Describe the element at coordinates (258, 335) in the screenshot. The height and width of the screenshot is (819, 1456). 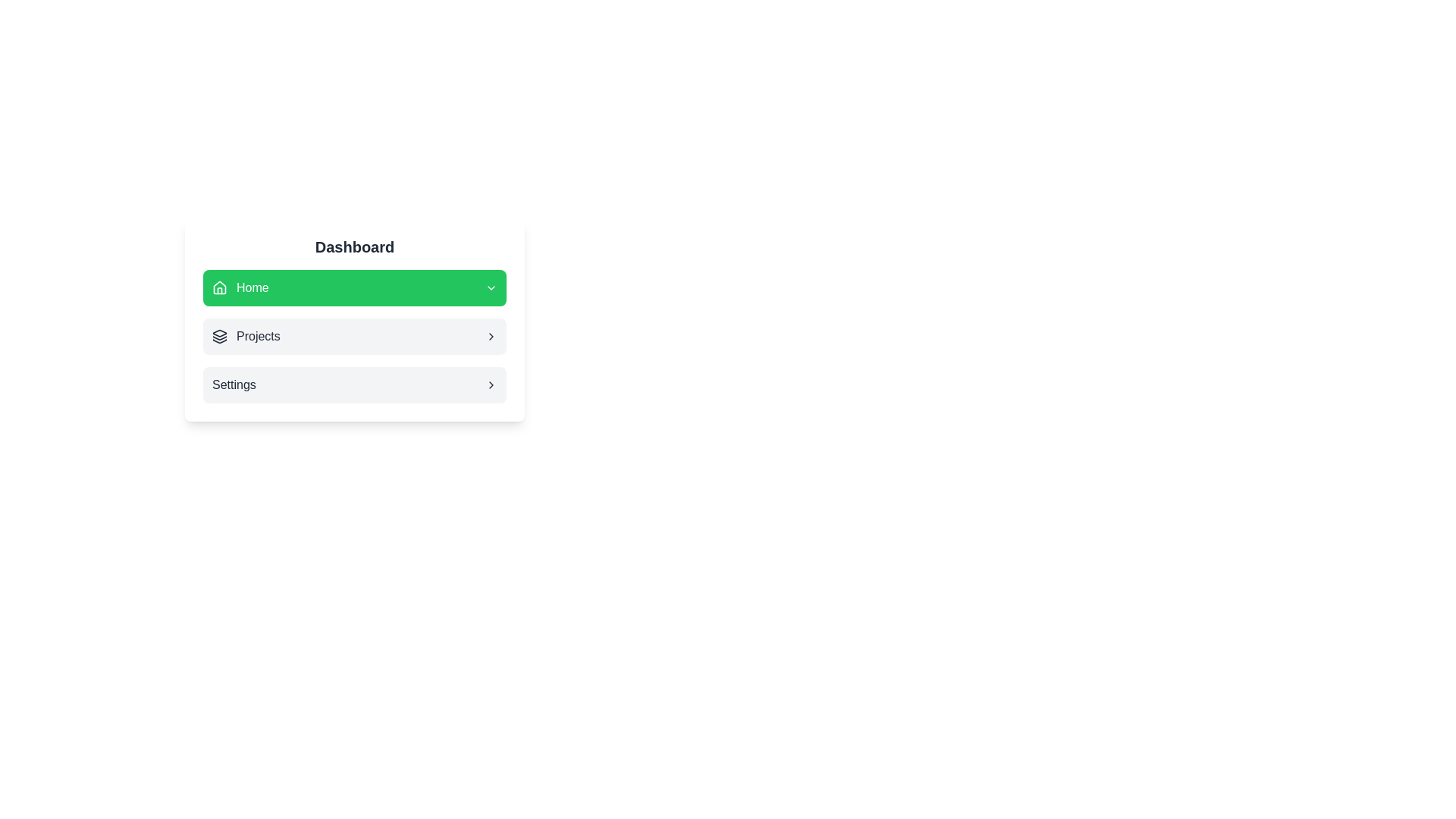
I see `the 'Projects' text label in the sidebar menu` at that location.